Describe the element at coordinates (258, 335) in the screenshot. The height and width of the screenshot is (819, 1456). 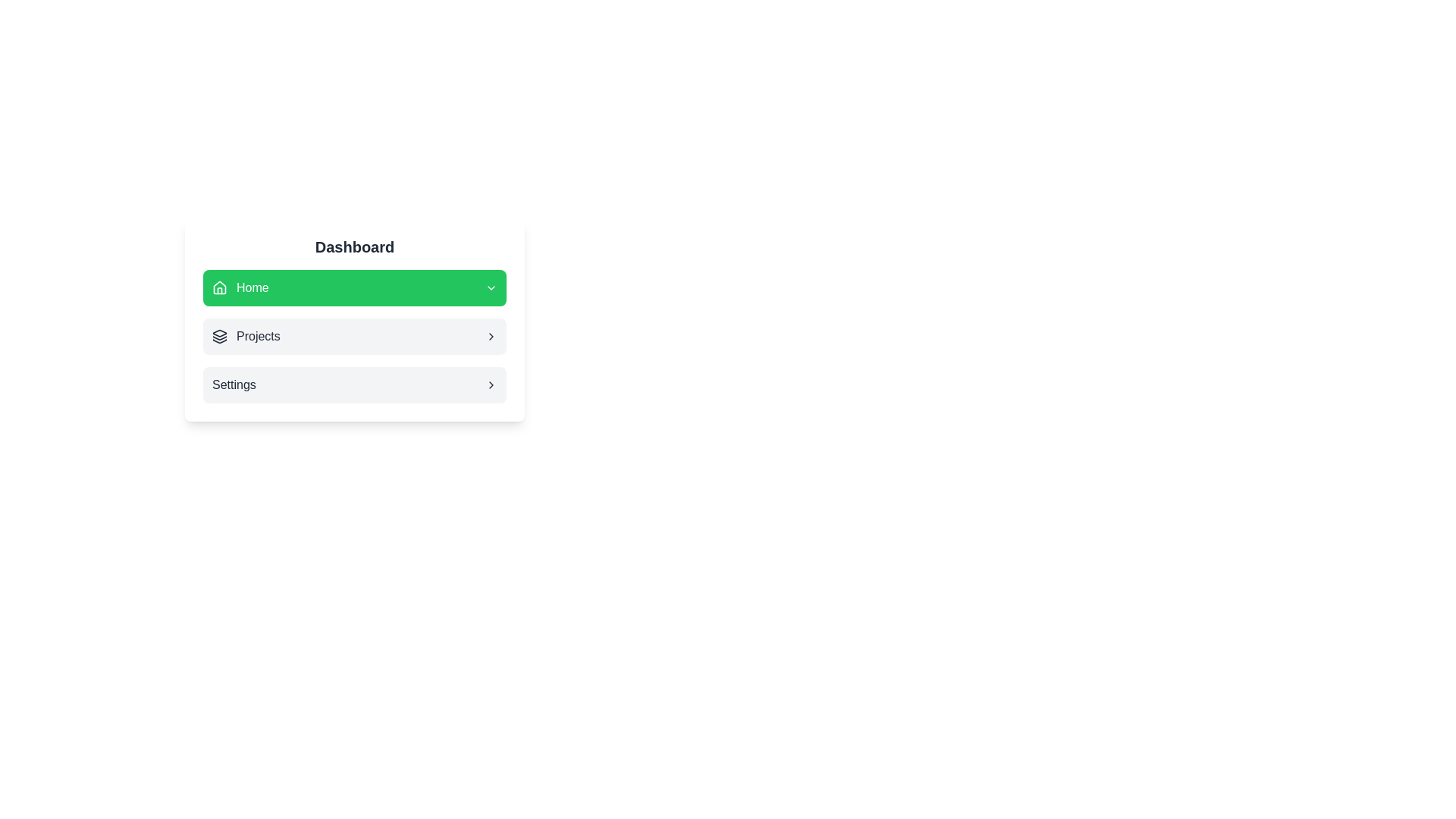
I see `the 'Projects' text label in the sidebar menu` at that location.